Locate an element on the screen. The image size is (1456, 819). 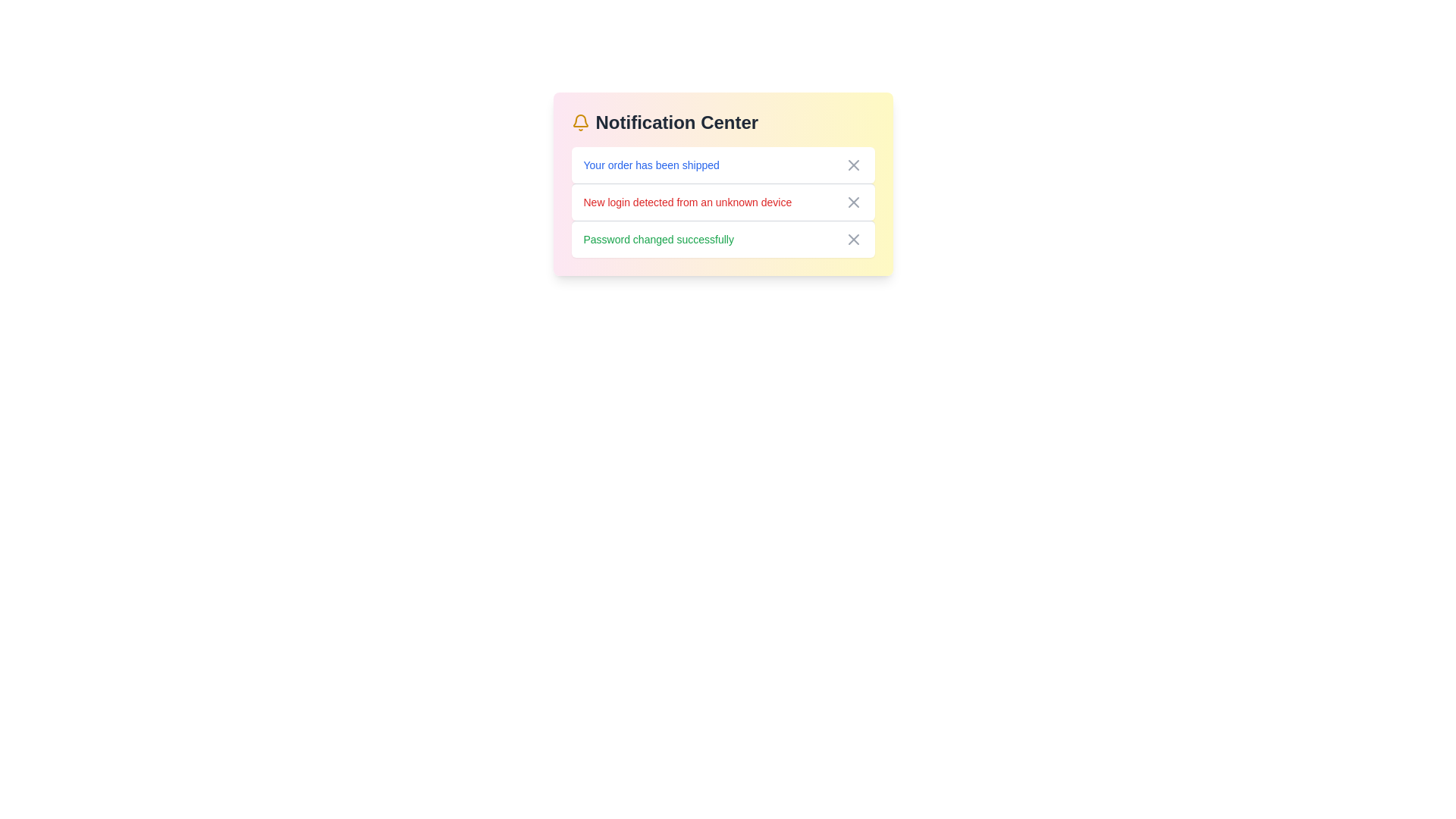
close button of the notification with message 'Password changed successfully' to remove it is located at coordinates (853, 239).